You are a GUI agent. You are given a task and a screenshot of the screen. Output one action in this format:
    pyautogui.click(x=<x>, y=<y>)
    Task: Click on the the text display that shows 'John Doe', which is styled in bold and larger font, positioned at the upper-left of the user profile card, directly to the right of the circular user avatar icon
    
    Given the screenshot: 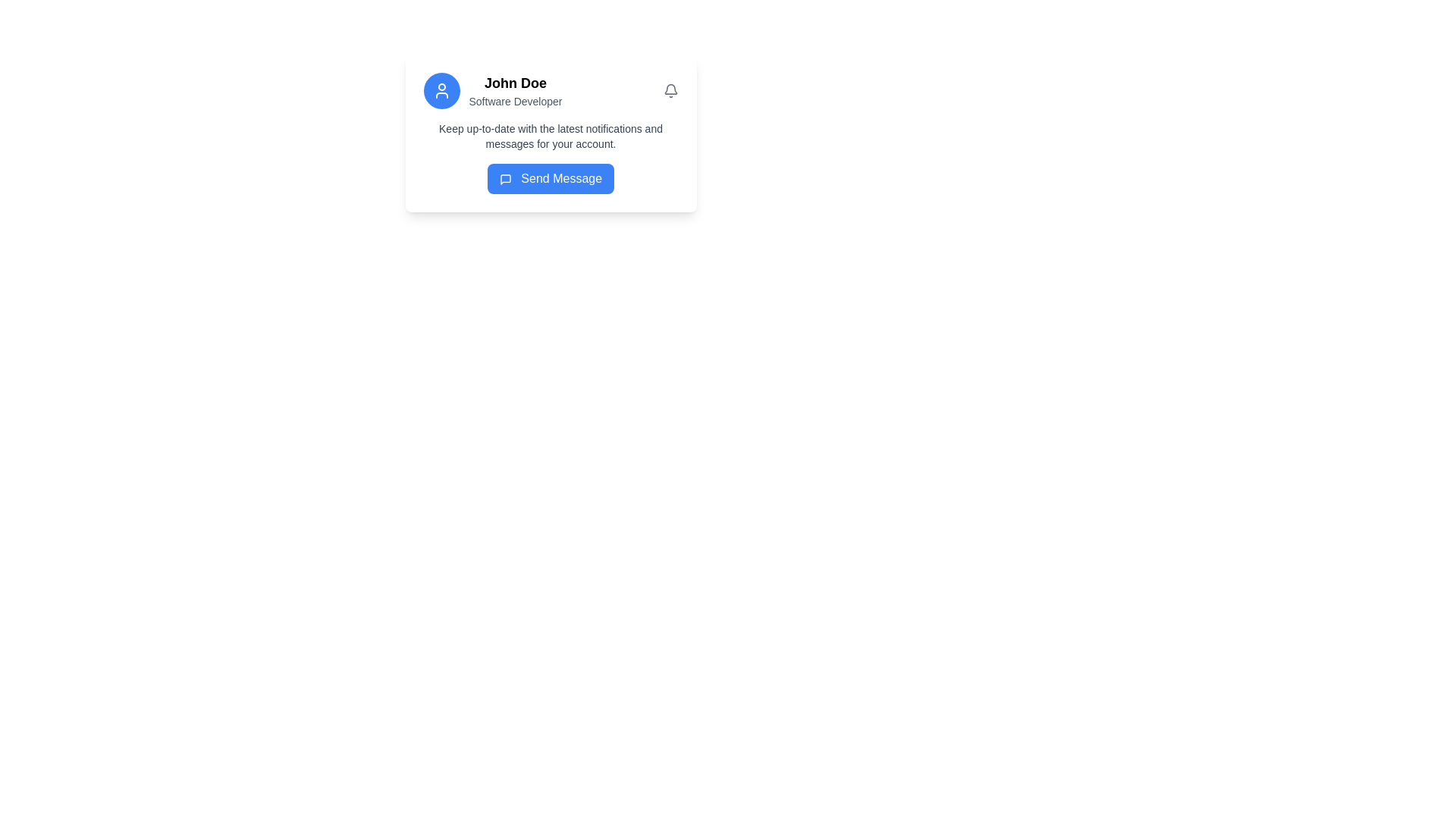 What is the action you would take?
    pyautogui.click(x=516, y=83)
    